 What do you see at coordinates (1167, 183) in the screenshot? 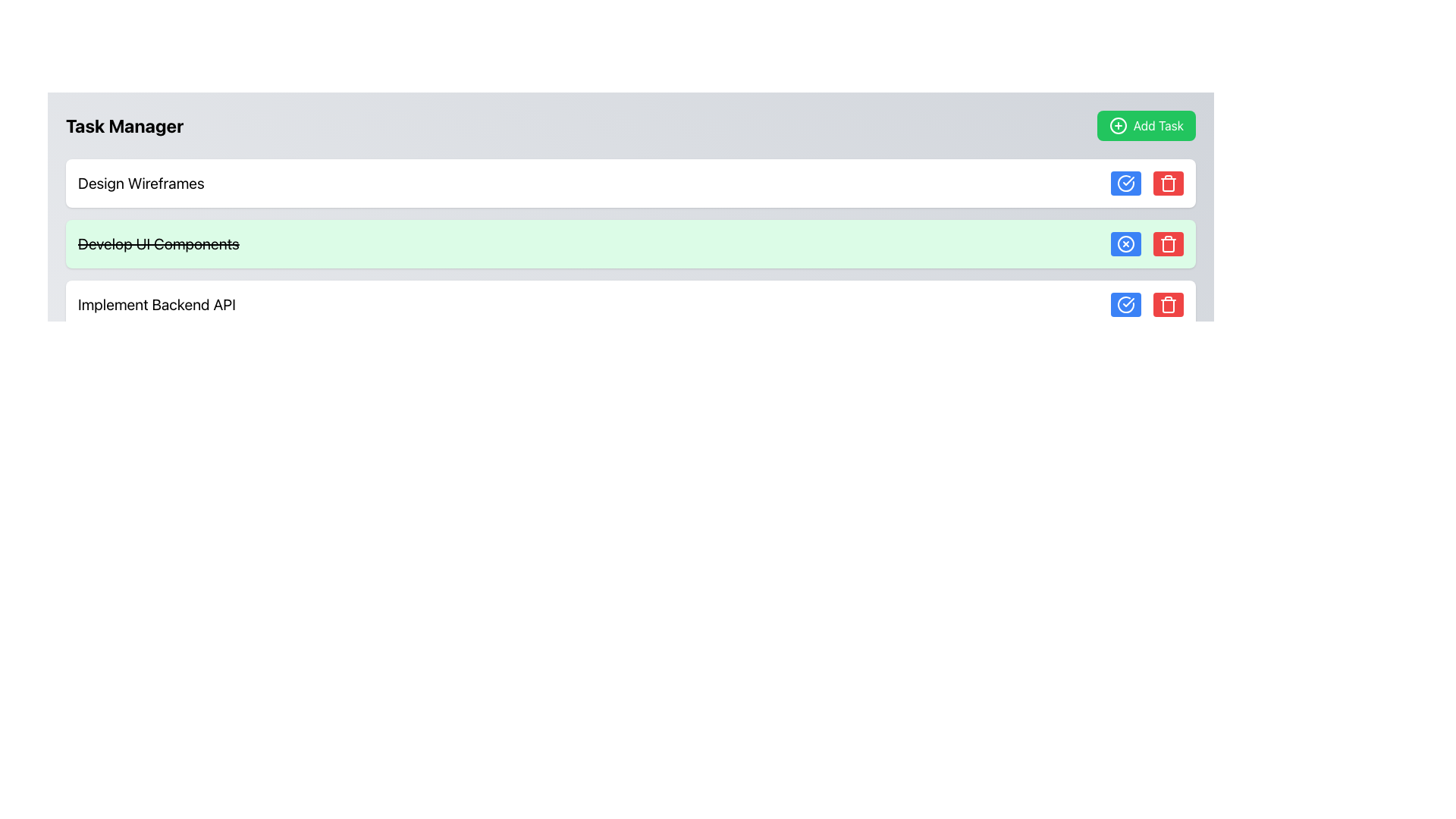
I see `the delete icon located within the red background button on the right side of the second row in the task list` at bounding box center [1167, 183].